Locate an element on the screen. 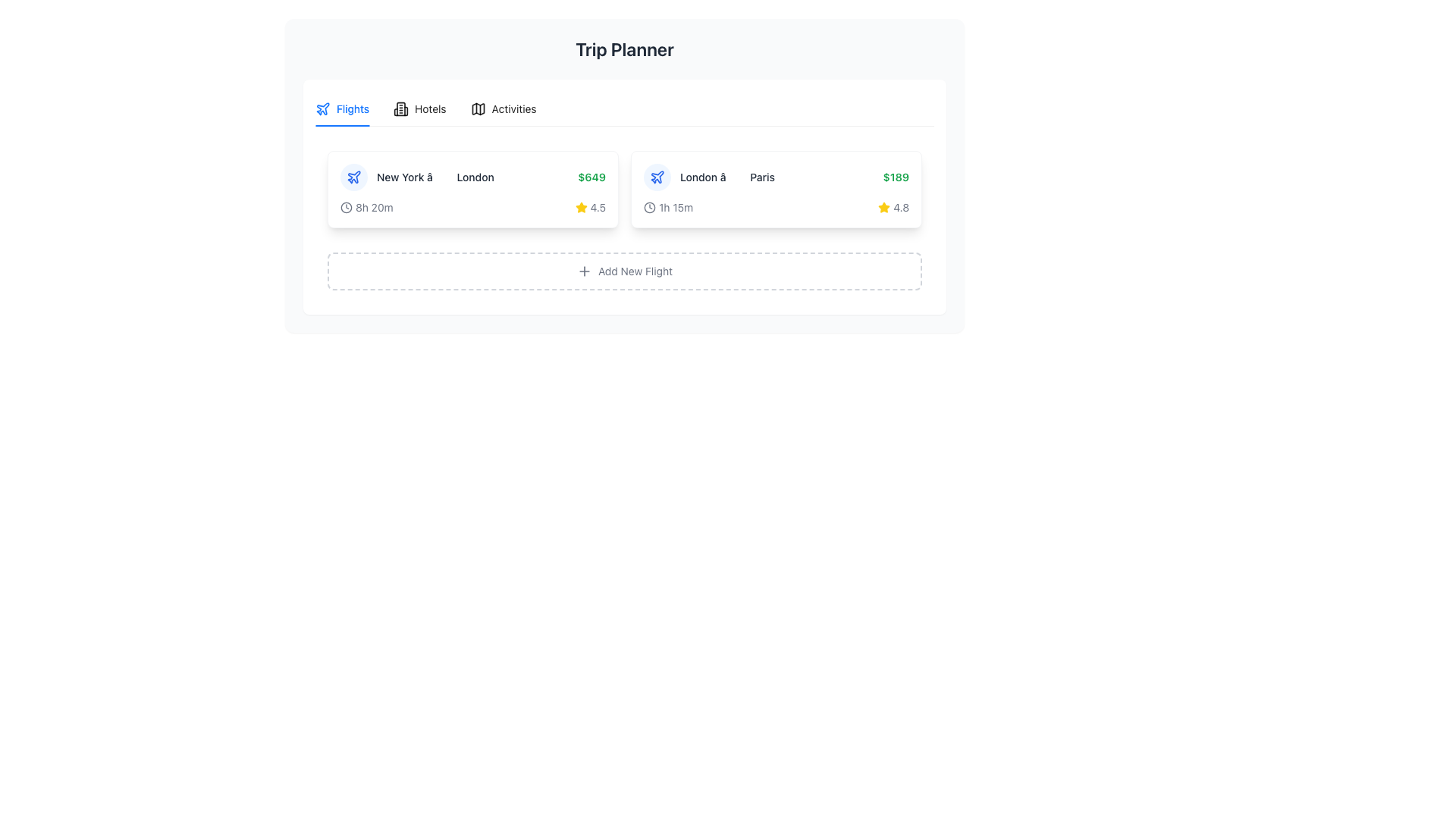 The width and height of the screenshot is (1456, 819). the rating display element located in the second flight section of the flight details card, positioned to the right of the duration text ('1h 15m') is located at coordinates (893, 207).